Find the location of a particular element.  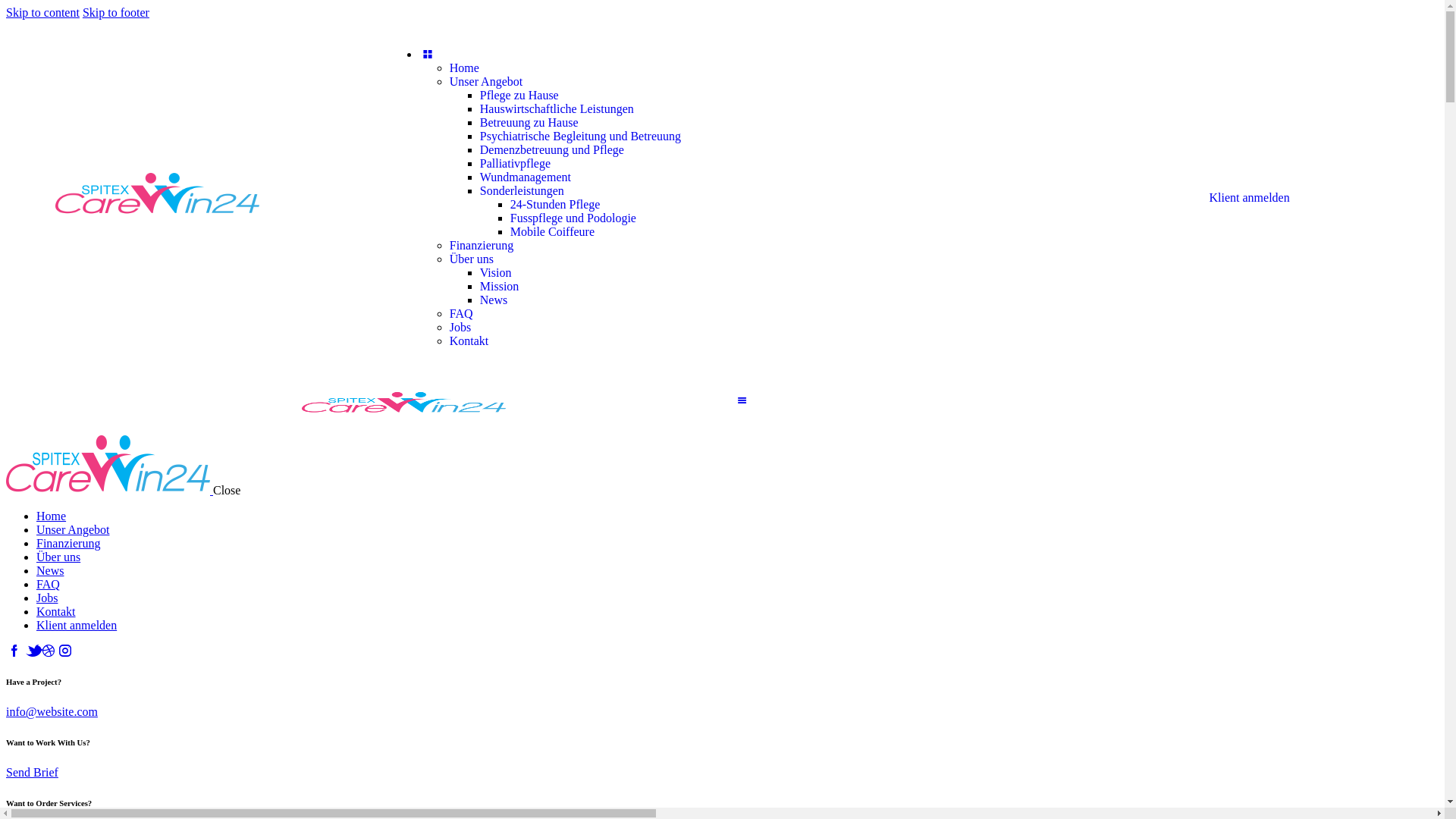

'Demenzbetreuung und Pflege' is located at coordinates (551, 149).